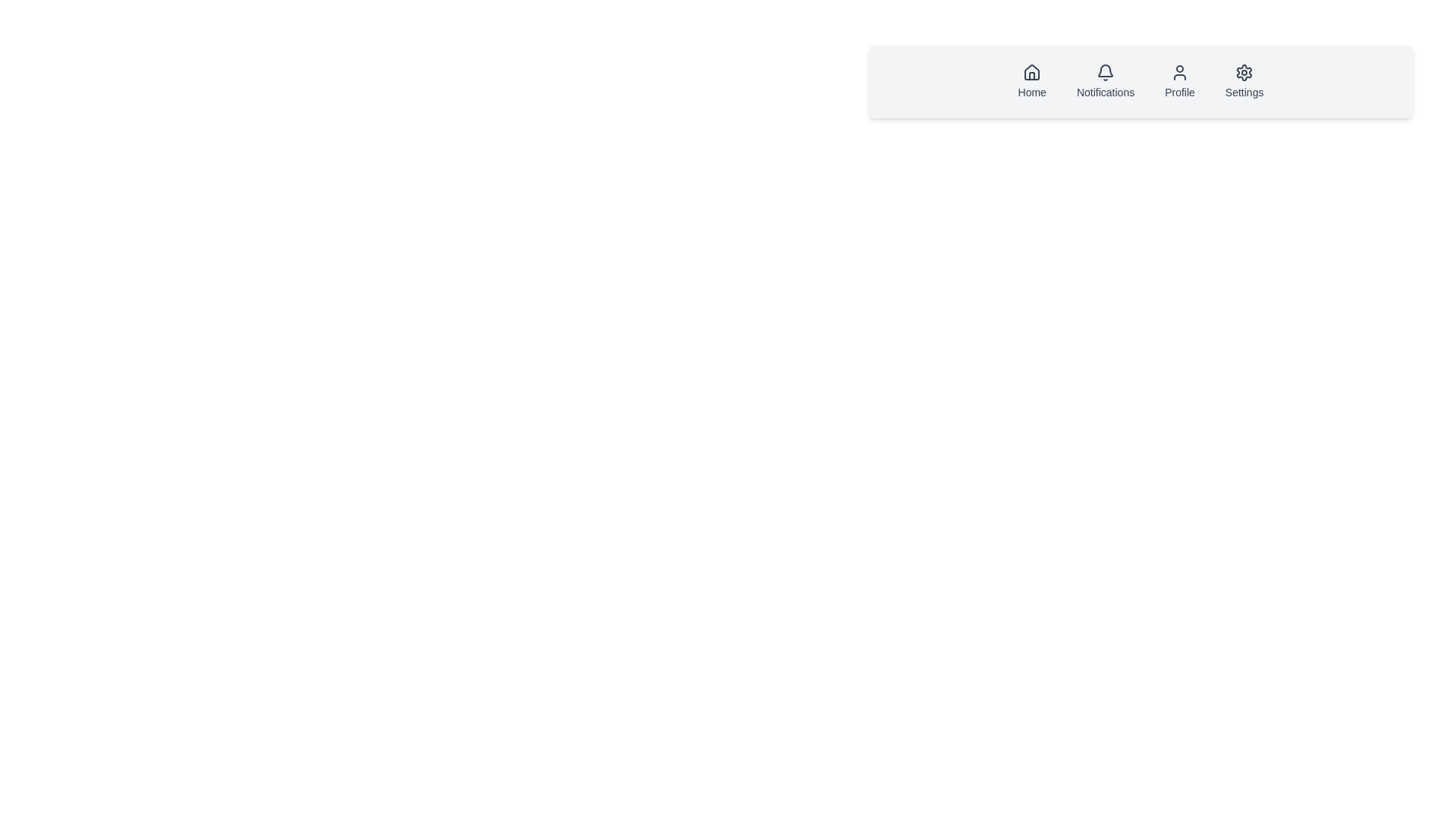  What do you see at coordinates (1244, 82) in the screenshot?
I see `the 'Settings' navigation button, which is the last item in the horizontal list at the top-right of the page, featuring a gear icon and the label 'Settings'` at bounding box center [1244, 82].